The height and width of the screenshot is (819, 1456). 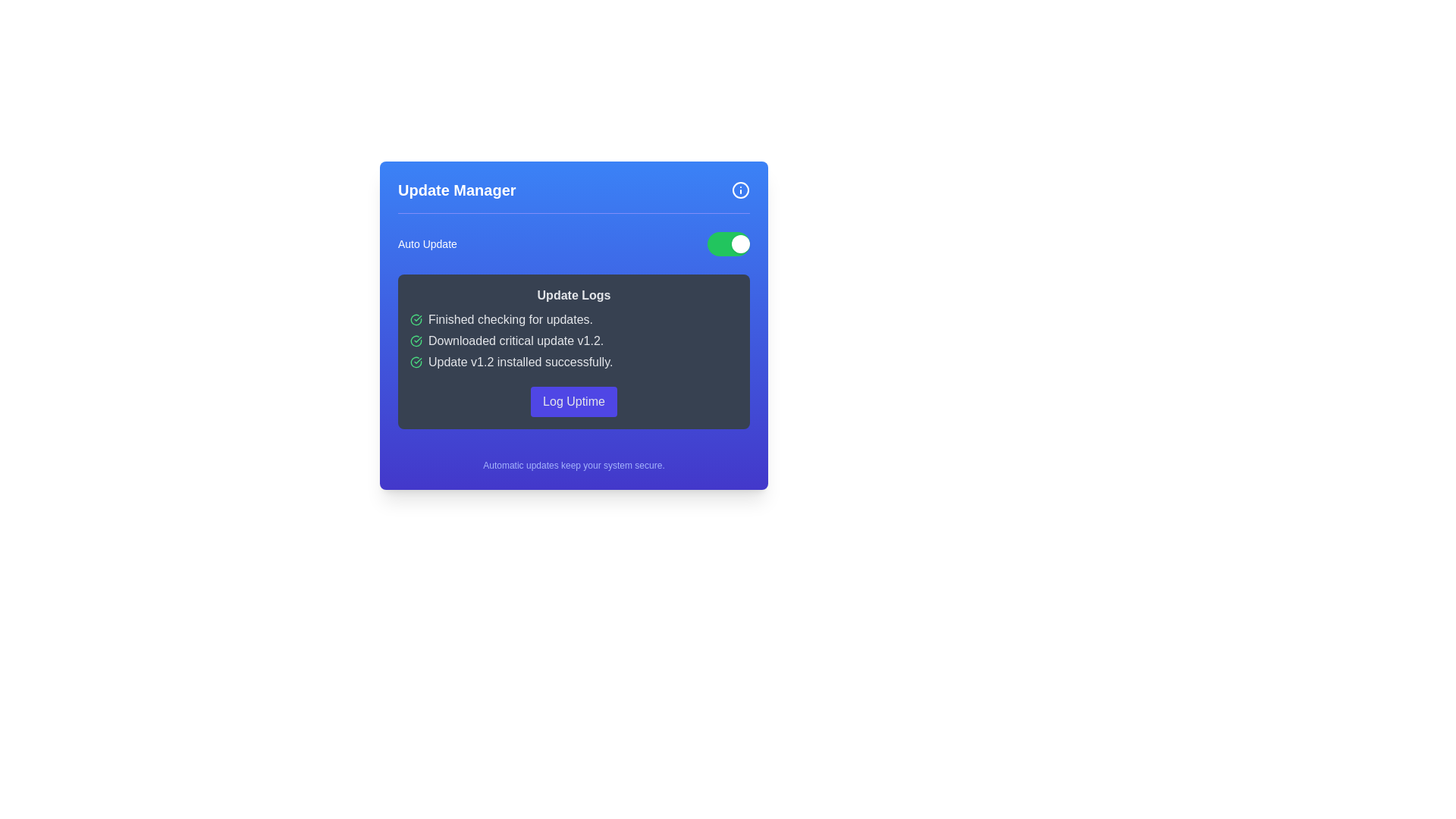 I want to click on the green circular checkmark icon located next to the text 'Finished checking for updates.' in the 'Update Logs' section of the interface, so click(x=416, y=362).